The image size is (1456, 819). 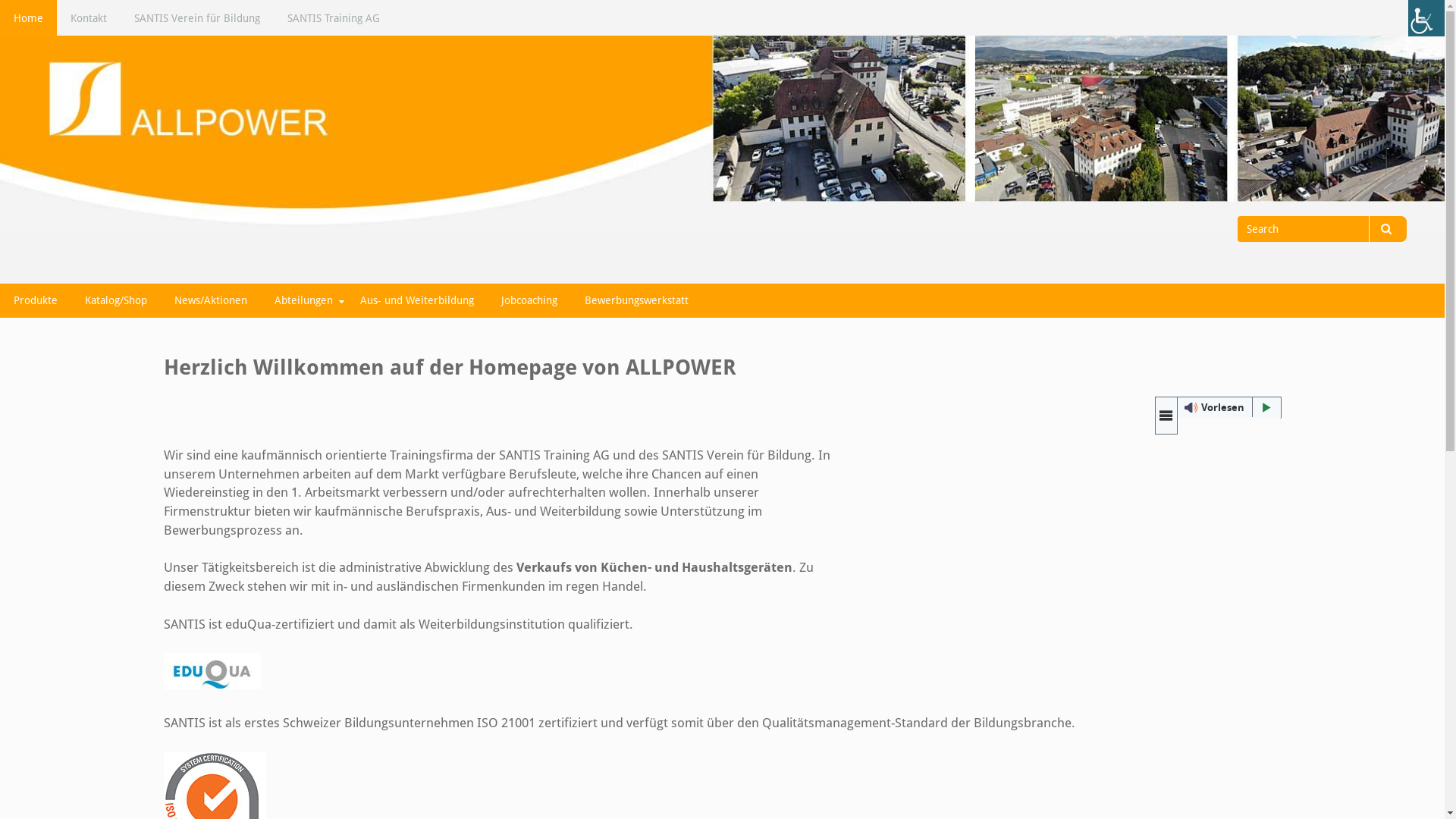 What do you see at coordinates (115, 300) in the screenshot?
I see `'Katalog/Shop'` at bounding box center [115, 300].